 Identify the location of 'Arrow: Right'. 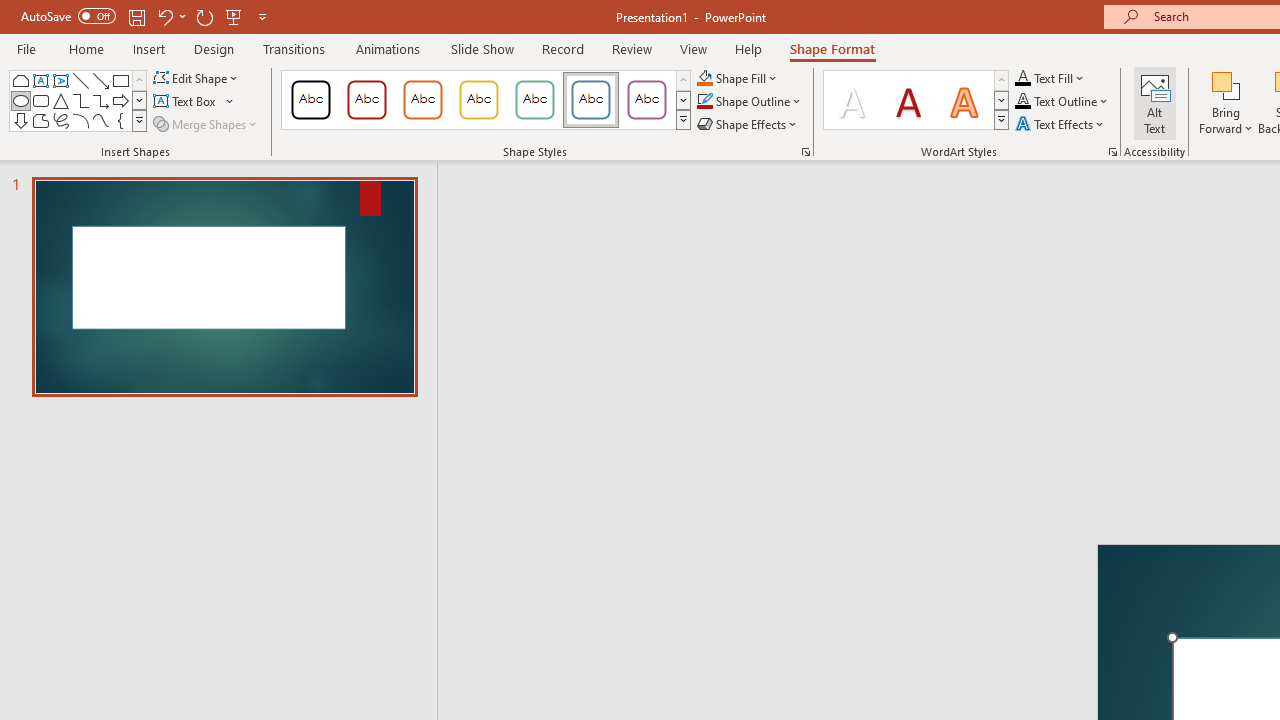
(119, 100).